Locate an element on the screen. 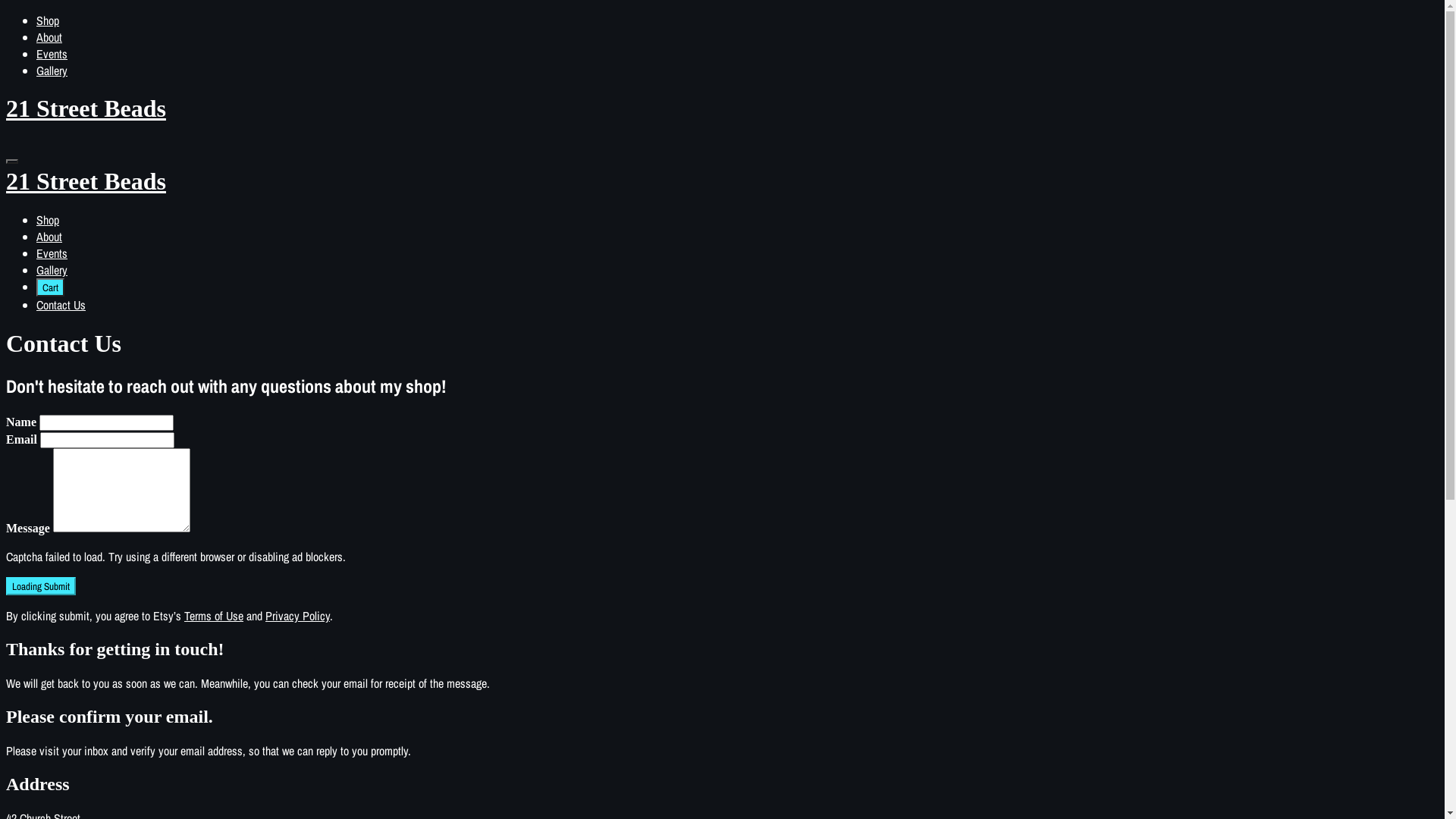 The height and width of the screenshot is (819, 1456). 'Contact Us' is located at coordinates (61, 304).